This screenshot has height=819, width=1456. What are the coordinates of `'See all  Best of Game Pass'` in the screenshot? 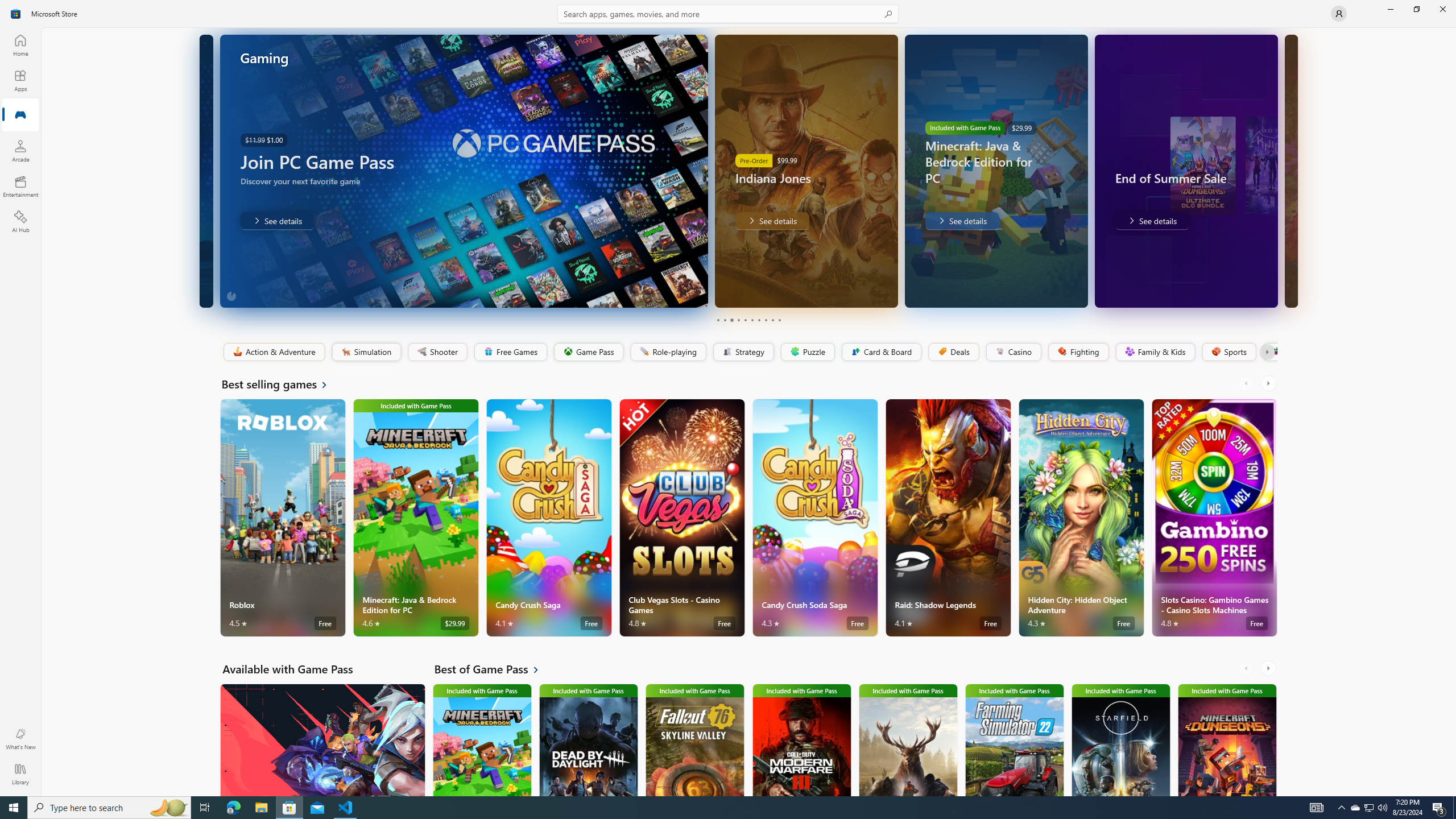 It's located at (493, 668).